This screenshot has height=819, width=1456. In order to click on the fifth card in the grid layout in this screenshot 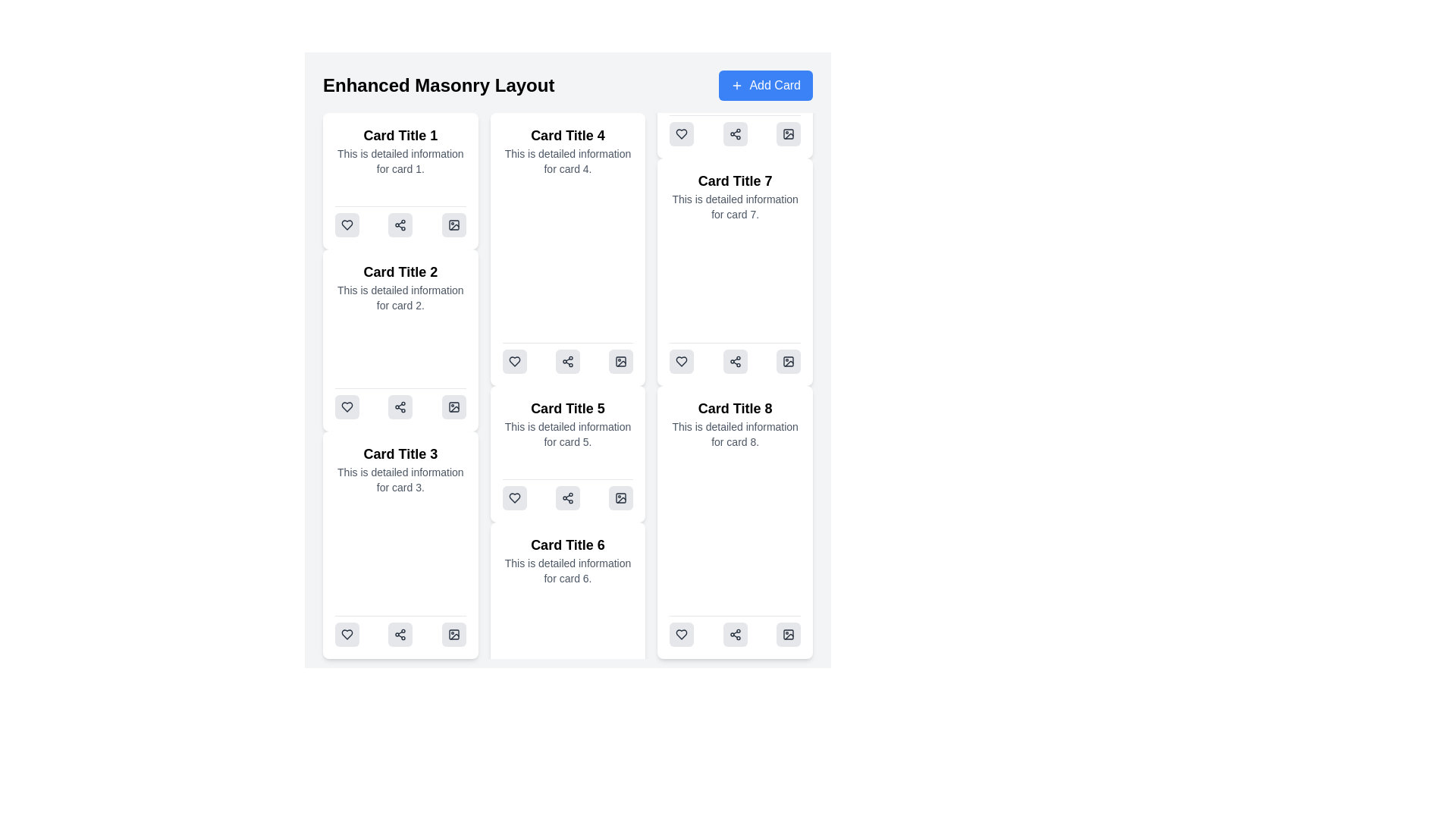, I will do `click(566, 453)`.